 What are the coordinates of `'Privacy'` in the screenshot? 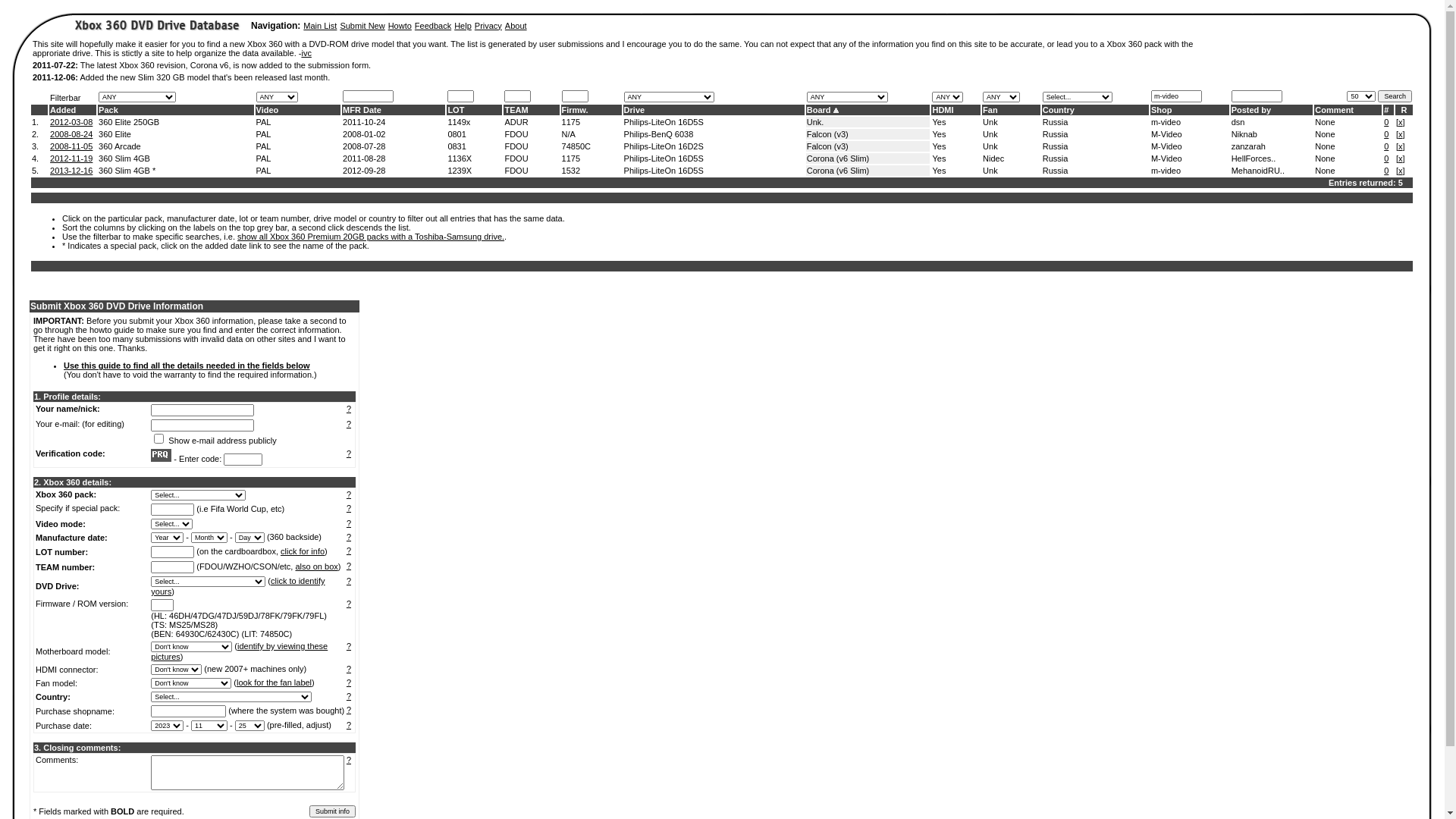 It's located at (473, 26).